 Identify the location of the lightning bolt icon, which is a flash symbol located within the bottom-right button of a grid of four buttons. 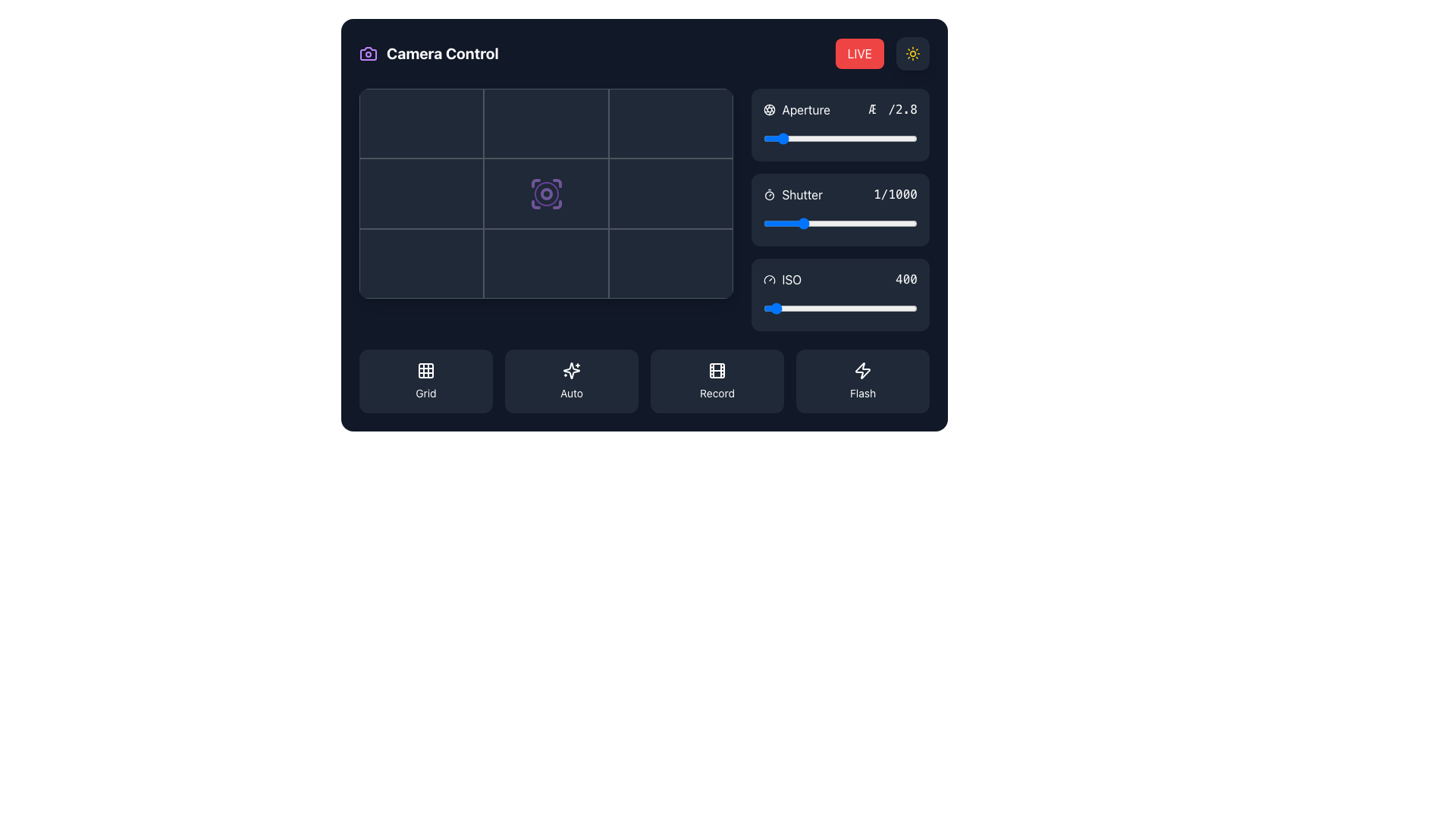
(862, 371).